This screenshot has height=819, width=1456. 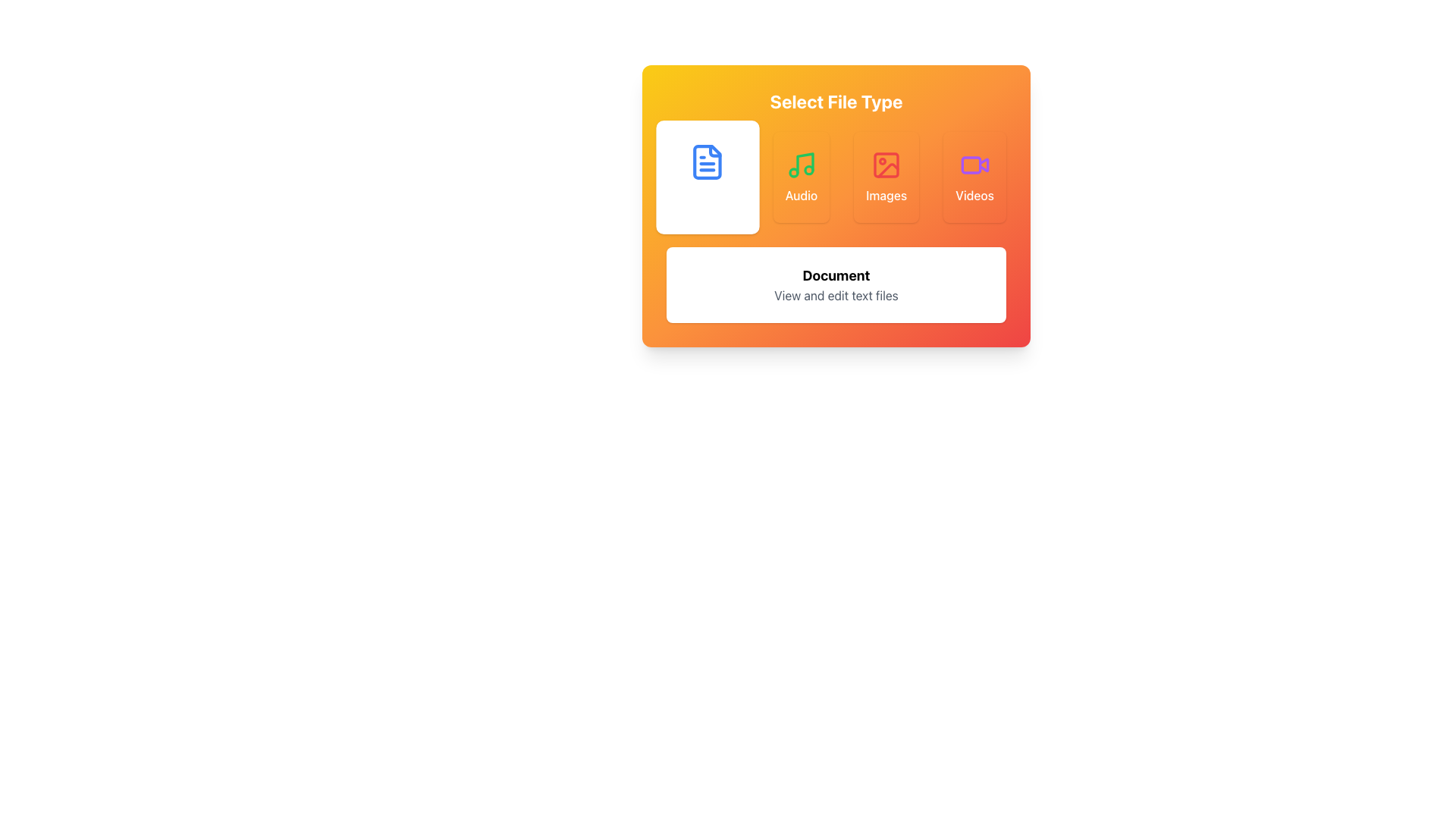 I want to click on the blue outlined file icon representing a text file located at the top-left of the 'Document' card, so click(x=707, y=162).